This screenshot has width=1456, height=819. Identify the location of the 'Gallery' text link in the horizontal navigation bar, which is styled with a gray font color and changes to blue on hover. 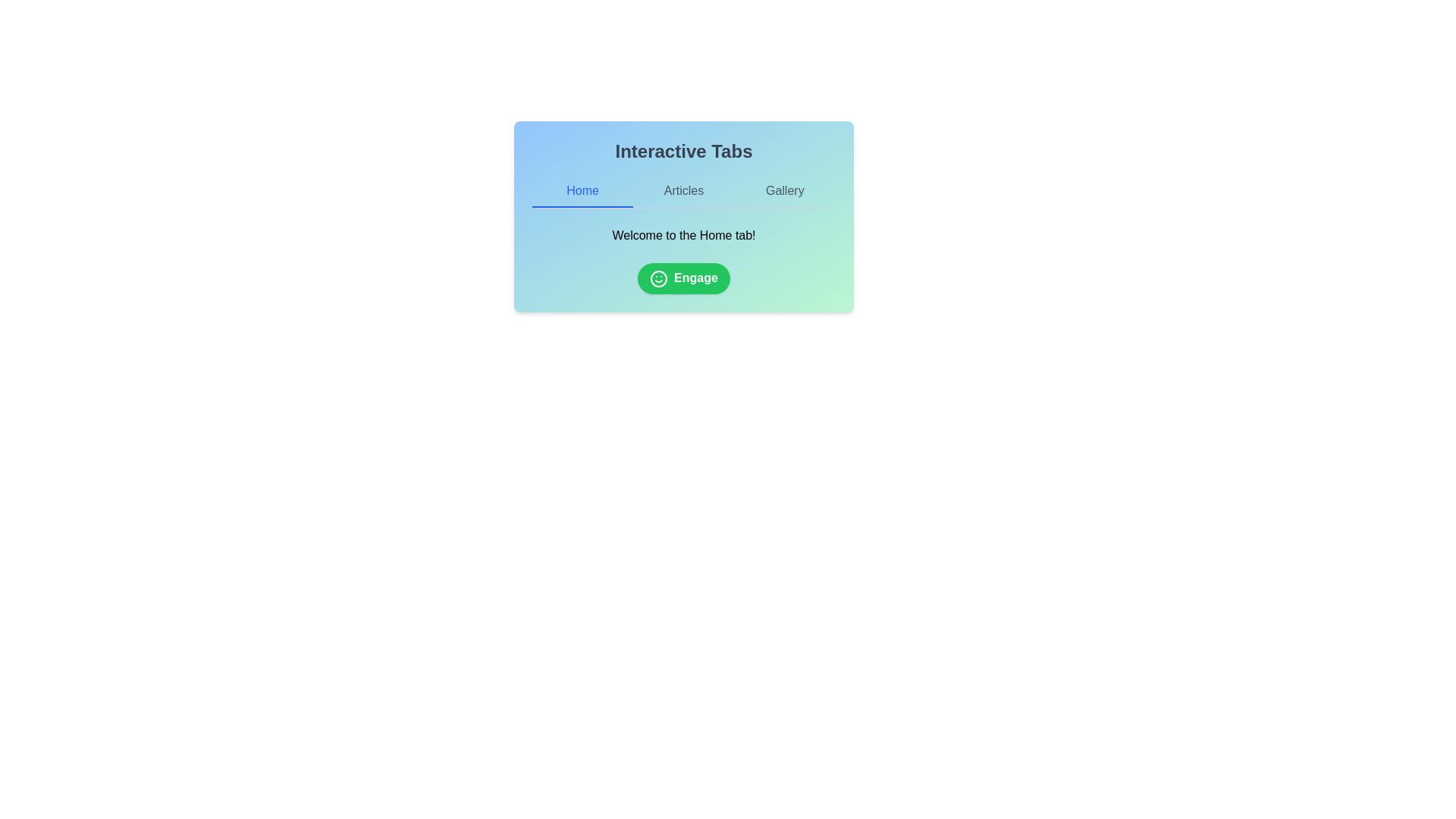
(785, 191).